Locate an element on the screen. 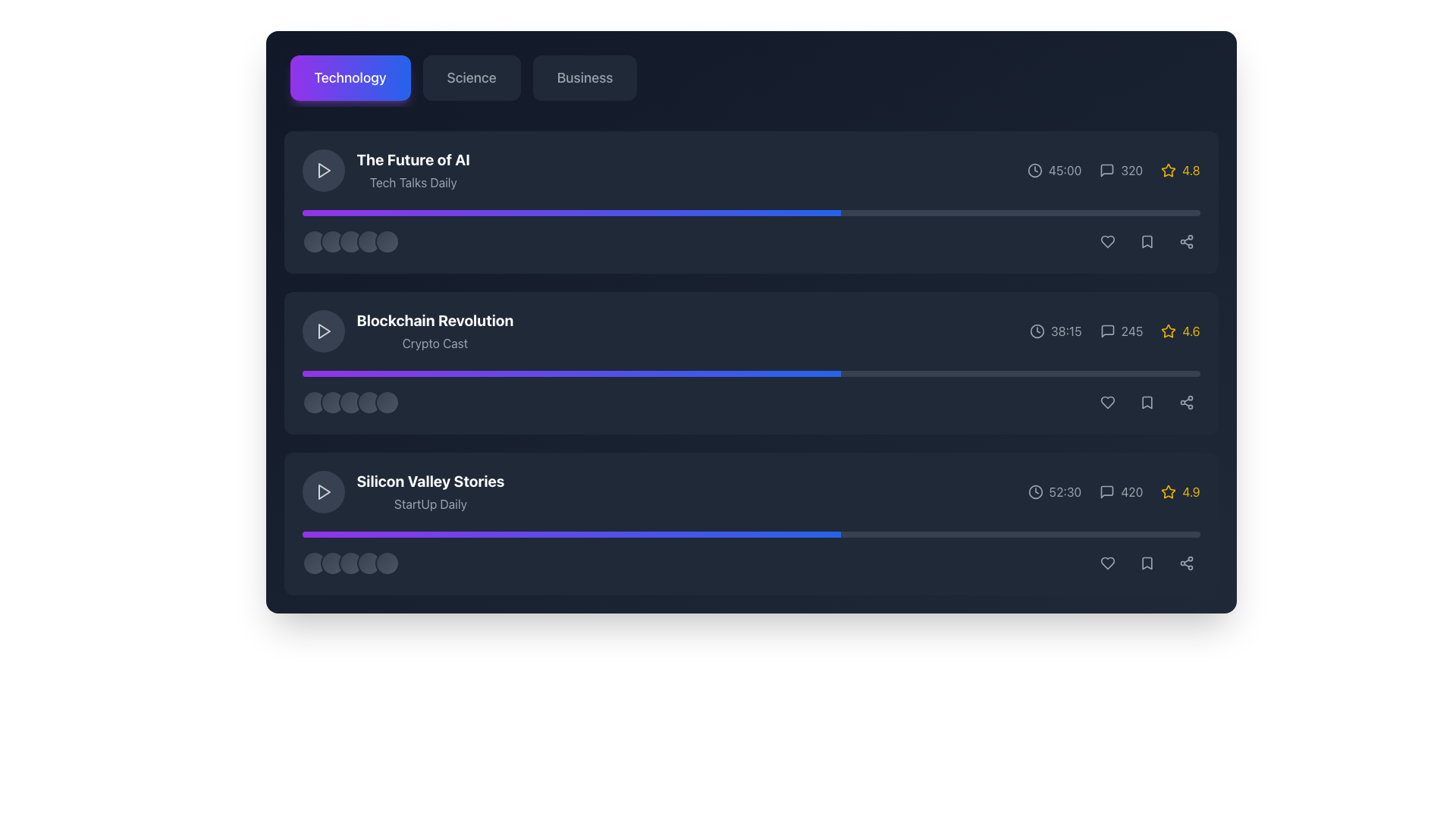  the text element that reads 'StartUp Daily' is located at coordinates (429, 504).